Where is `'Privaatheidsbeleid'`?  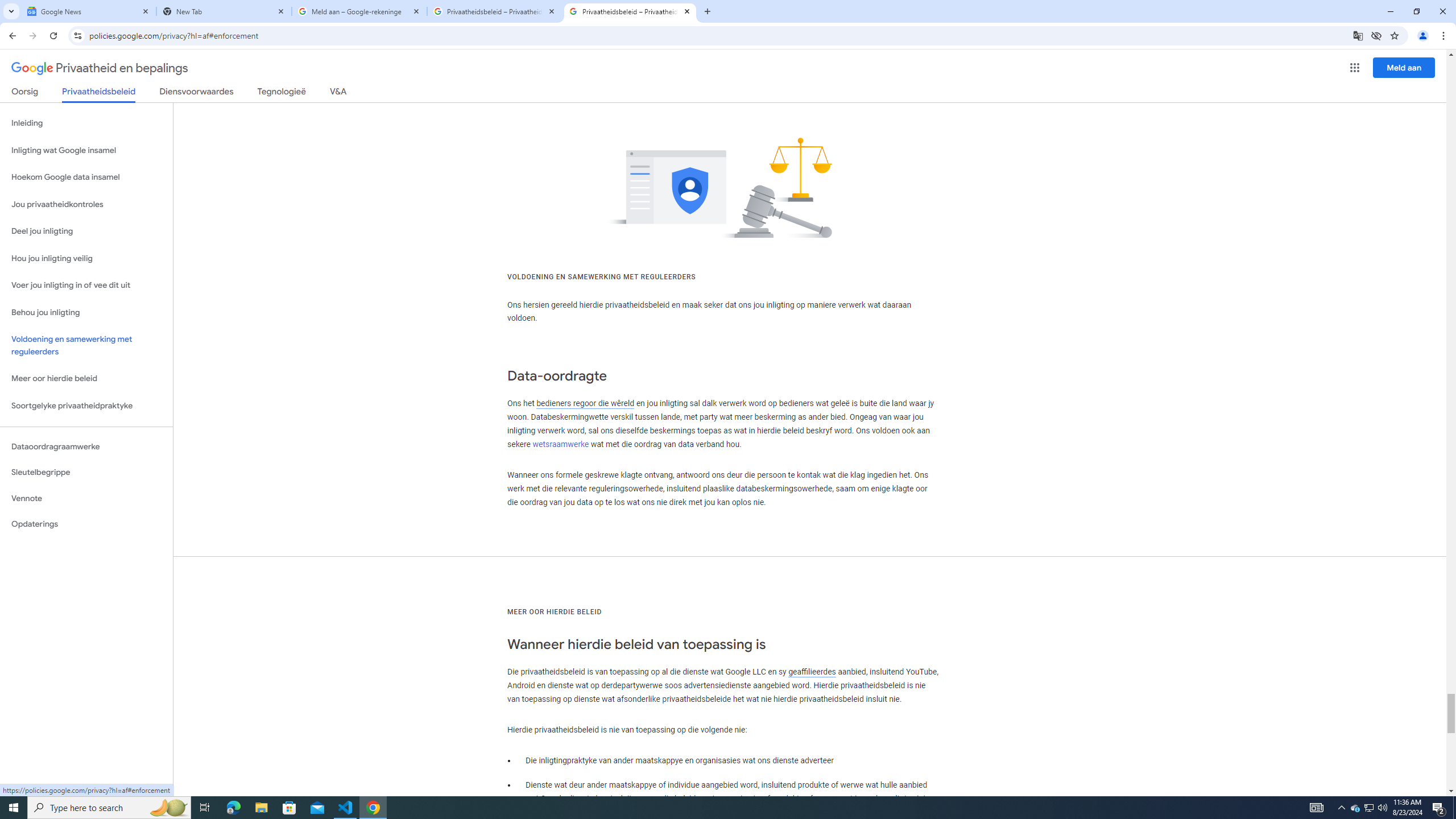
'Privaatheidsbeleid' is located at coordinates (99, 94).